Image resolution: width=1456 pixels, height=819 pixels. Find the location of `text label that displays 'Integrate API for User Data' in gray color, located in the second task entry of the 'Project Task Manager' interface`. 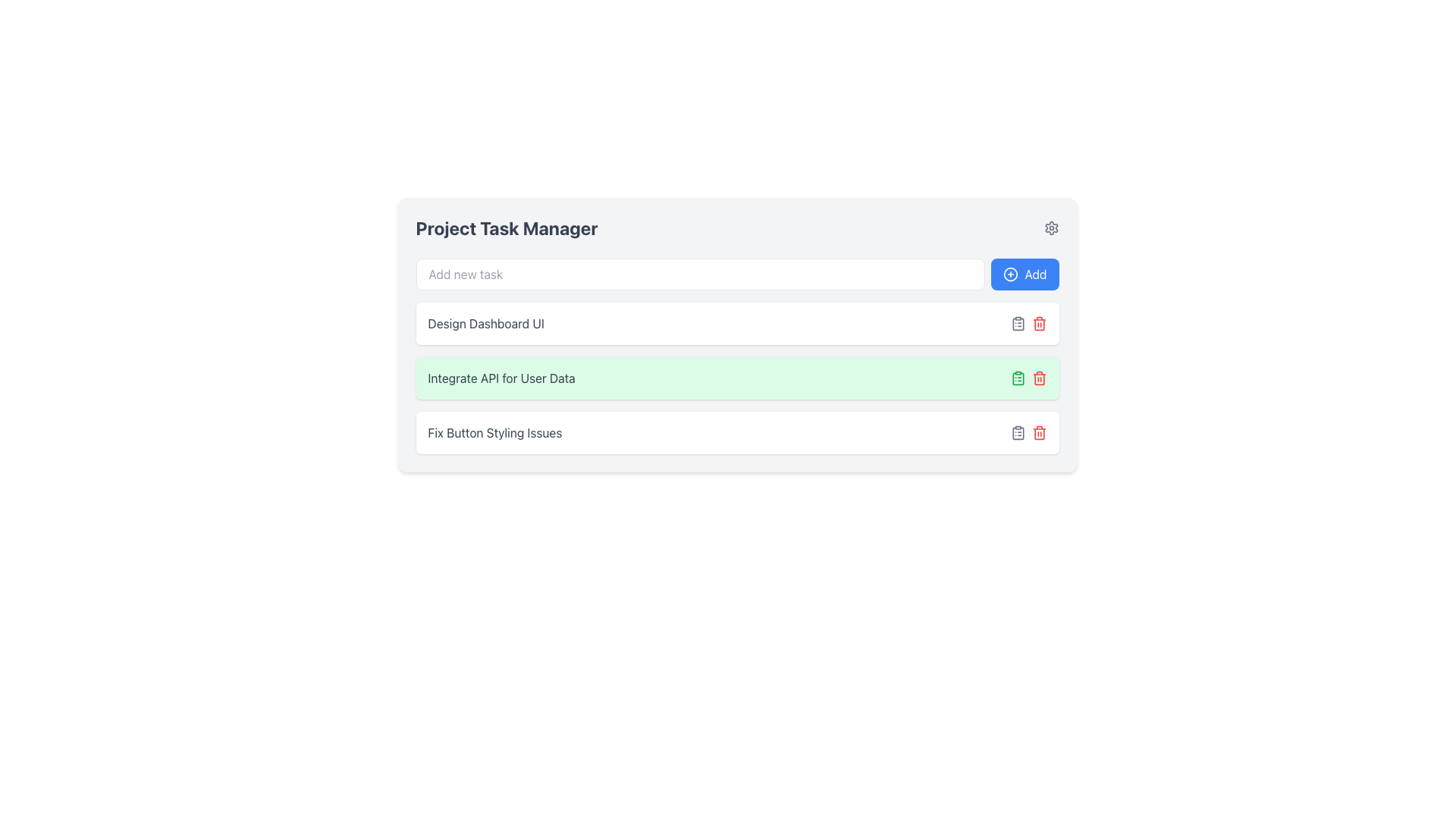

text label that displays 'Integrate API for User Data' in gray color, located in the second task entry of the 'Project Task Manager' interface is located at coordinates (501, 377).